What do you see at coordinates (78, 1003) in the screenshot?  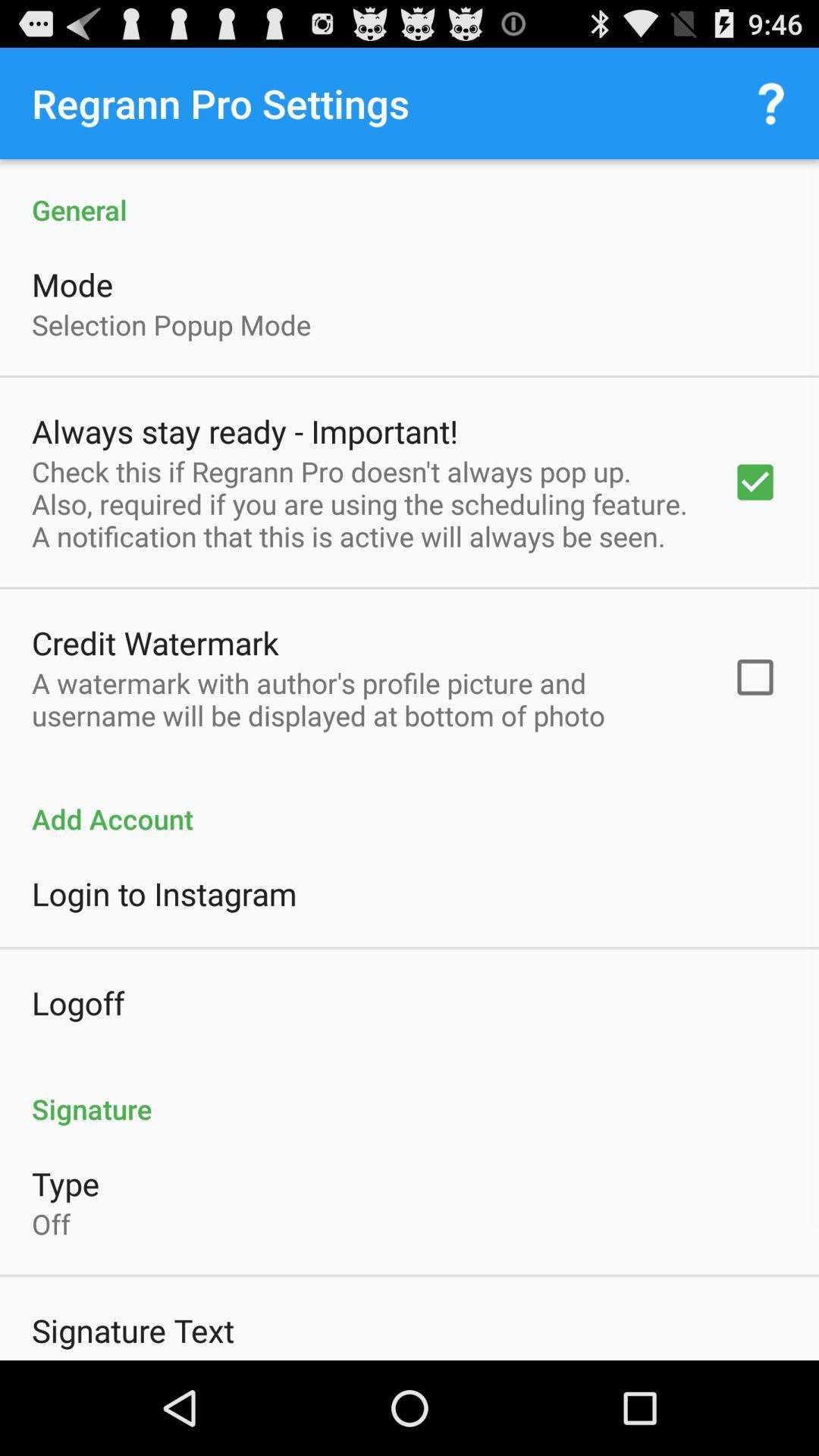 I see `the logoff item` at bounding box center [78, 1003].